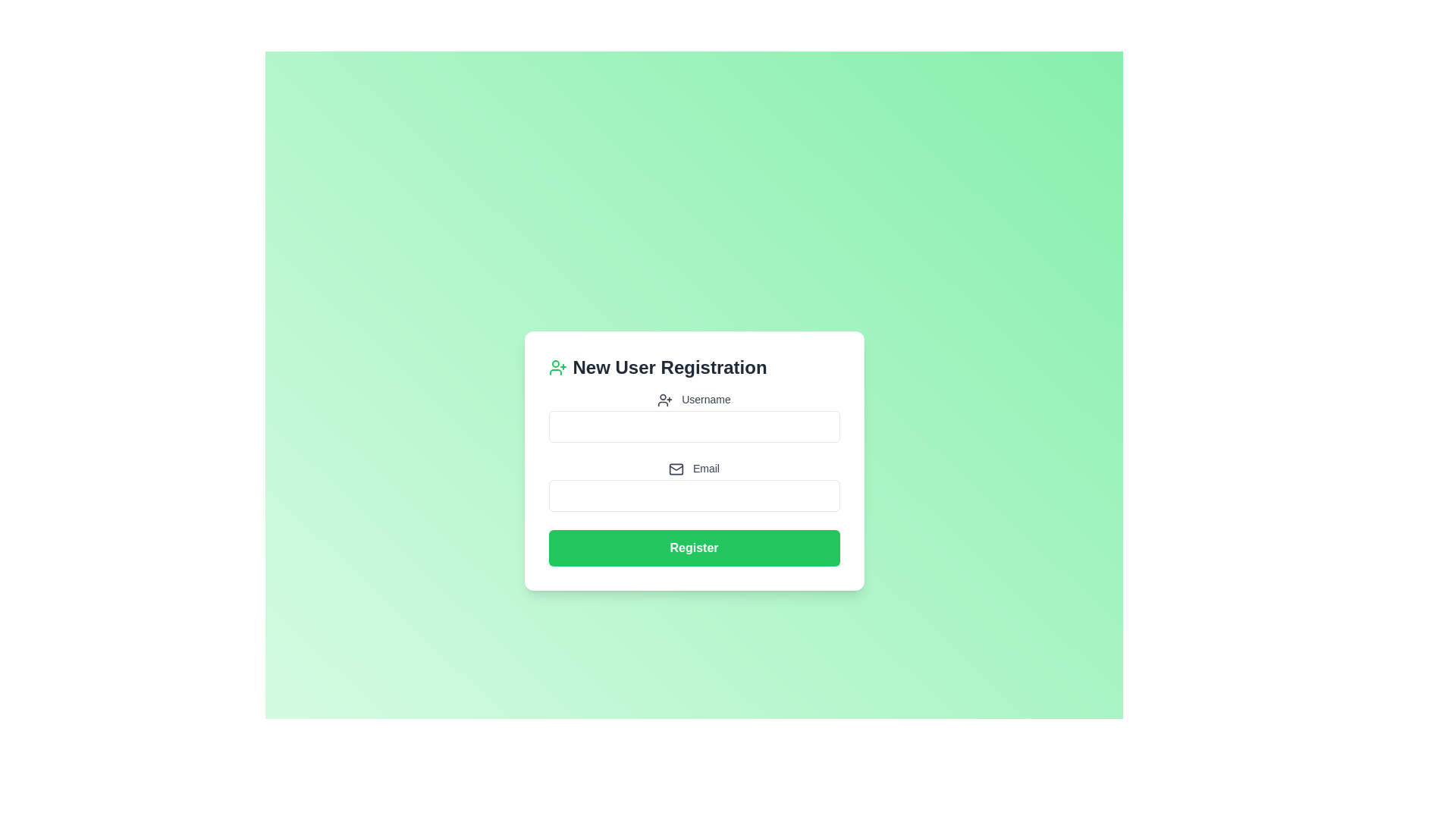 This screenshot has width=1456, height=819. What do you see at coordinates (676, 469) in the screenshot?
I see `the mail icon, which is a dark gray outlined envelope symbol located to the left of the 'Email' text in the email input row of the form` at bounding box center [676, 469].